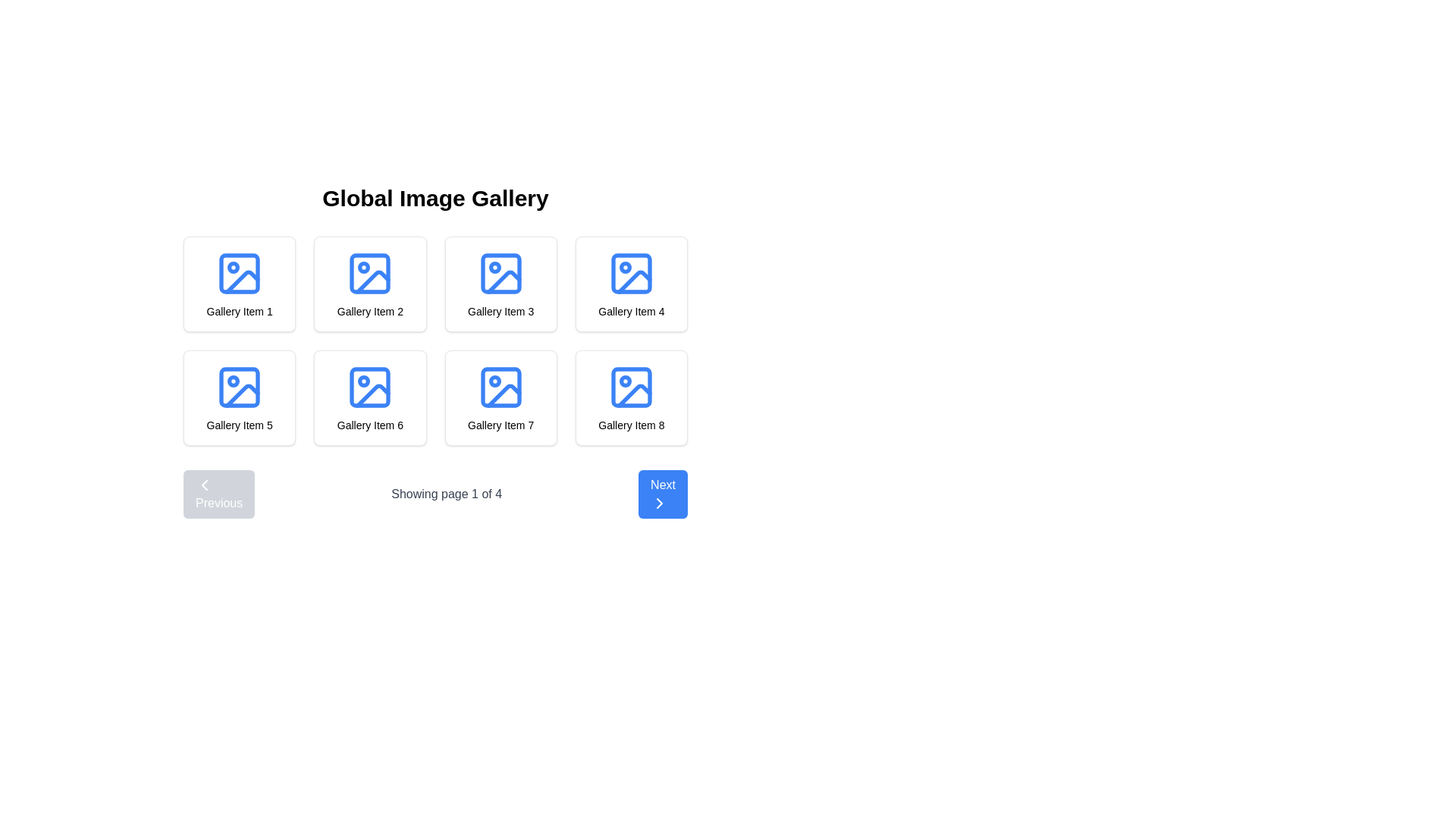  I want to click on the Gallery Item 1 icon located in the top-left corner of the gallery grid, represented by a pictorial icon within the SVG component, so click(239, 274).